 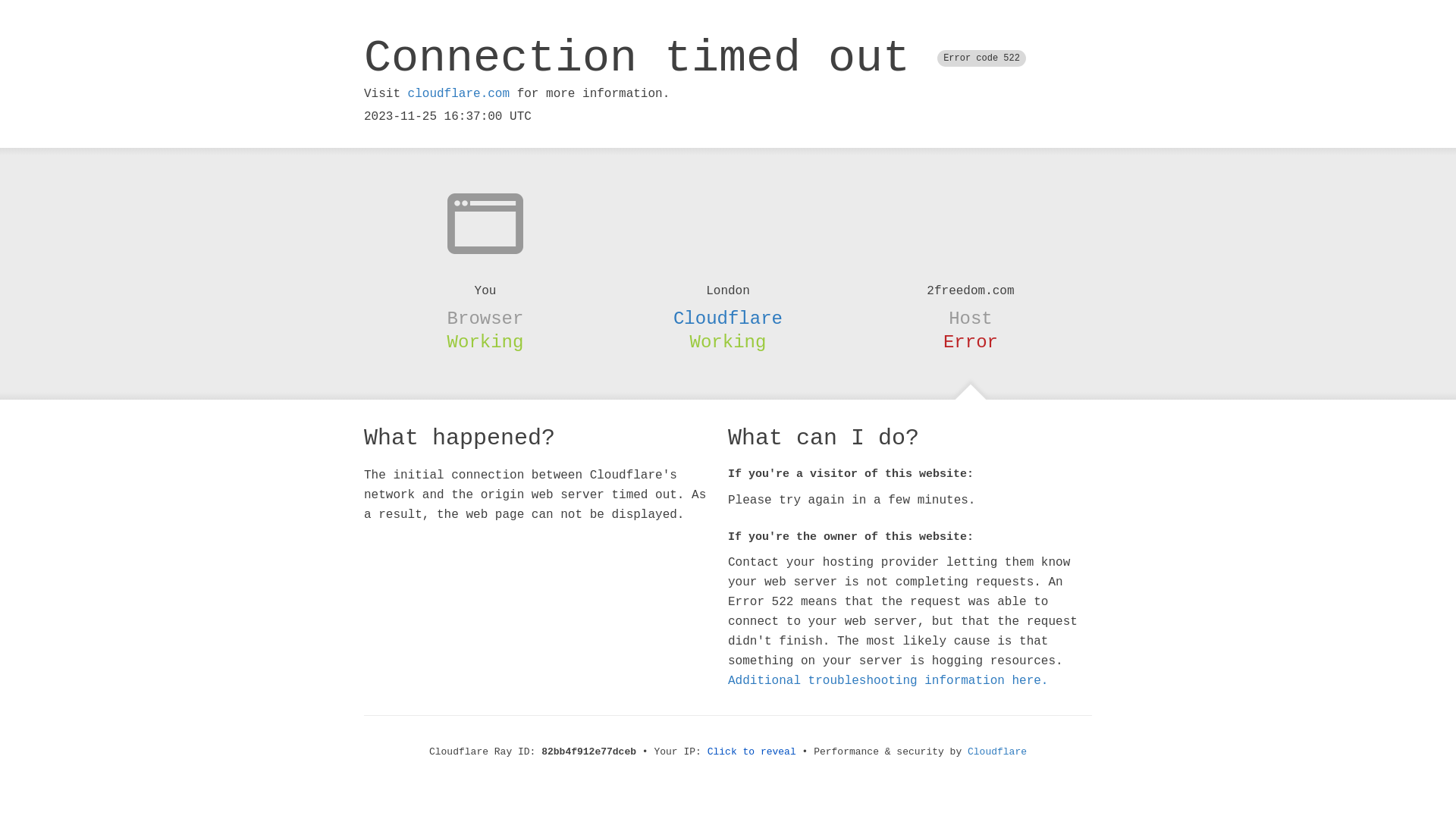 What do you see at coordinates (407, 93) in the screenshot?
I see `'cloudflare.com'` at bounding box center [407, 93].